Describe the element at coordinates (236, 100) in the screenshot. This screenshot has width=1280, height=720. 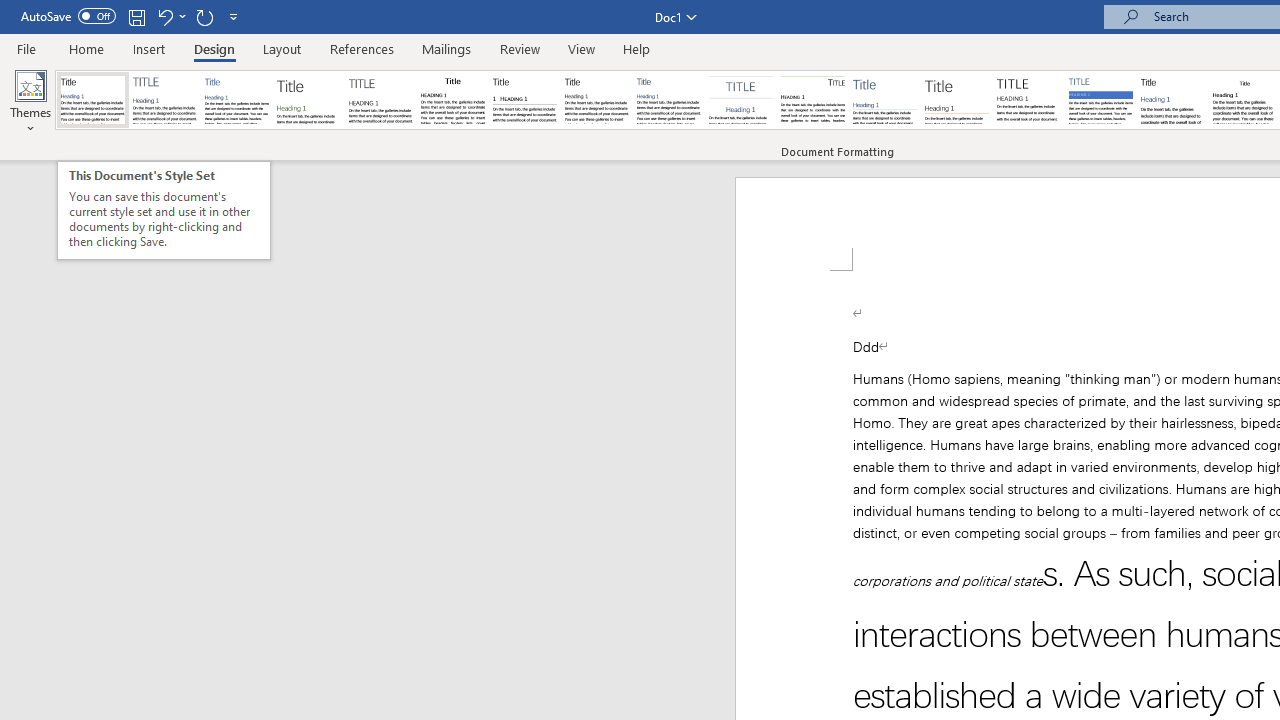
I see `'Basic (Simple)'` at that location.